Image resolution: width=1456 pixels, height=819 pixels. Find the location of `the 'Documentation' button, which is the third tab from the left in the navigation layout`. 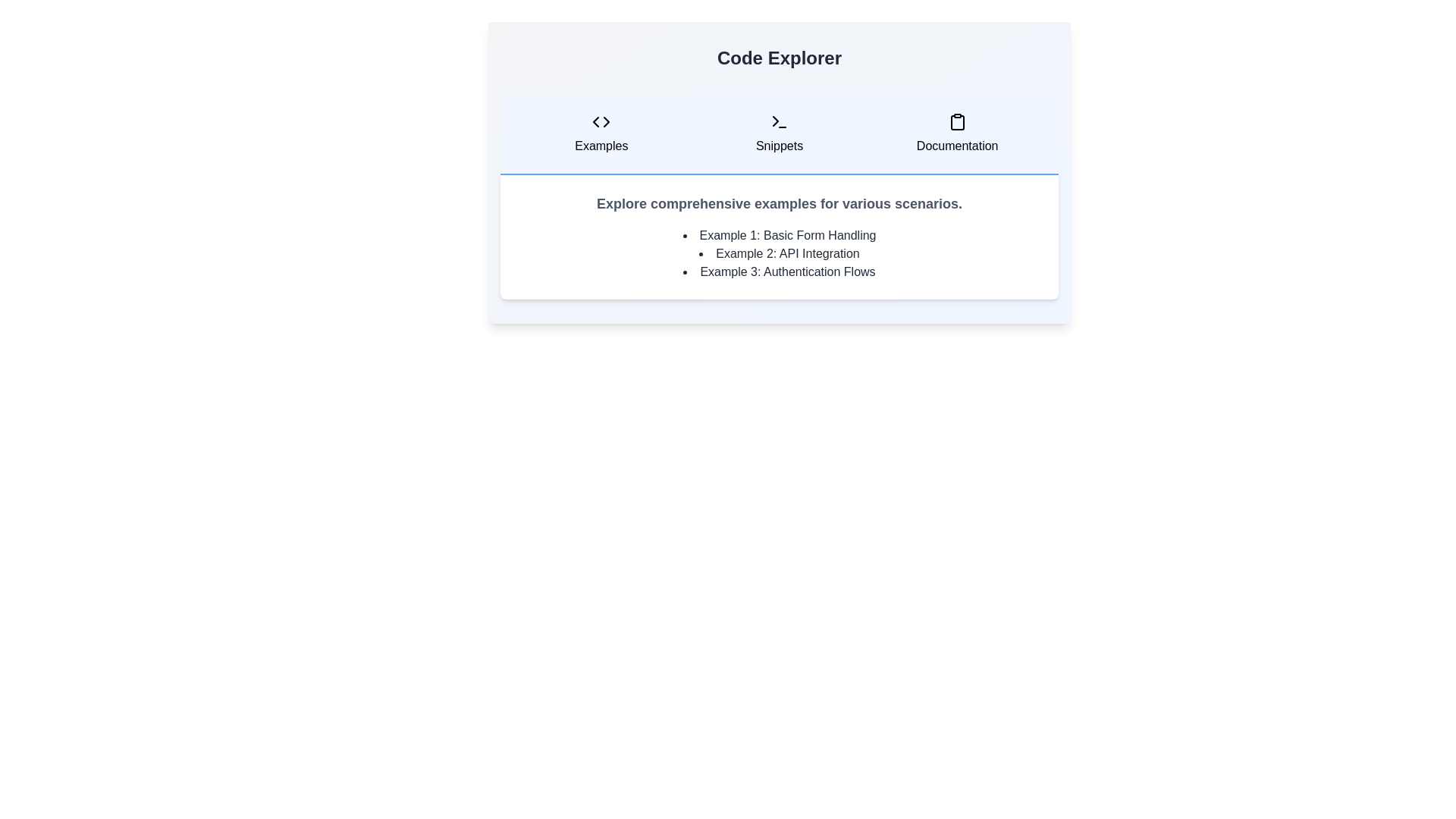

the 'Documentation' button, which is the third tab from the left in the navigation layout is located at coordinates (956, 133).